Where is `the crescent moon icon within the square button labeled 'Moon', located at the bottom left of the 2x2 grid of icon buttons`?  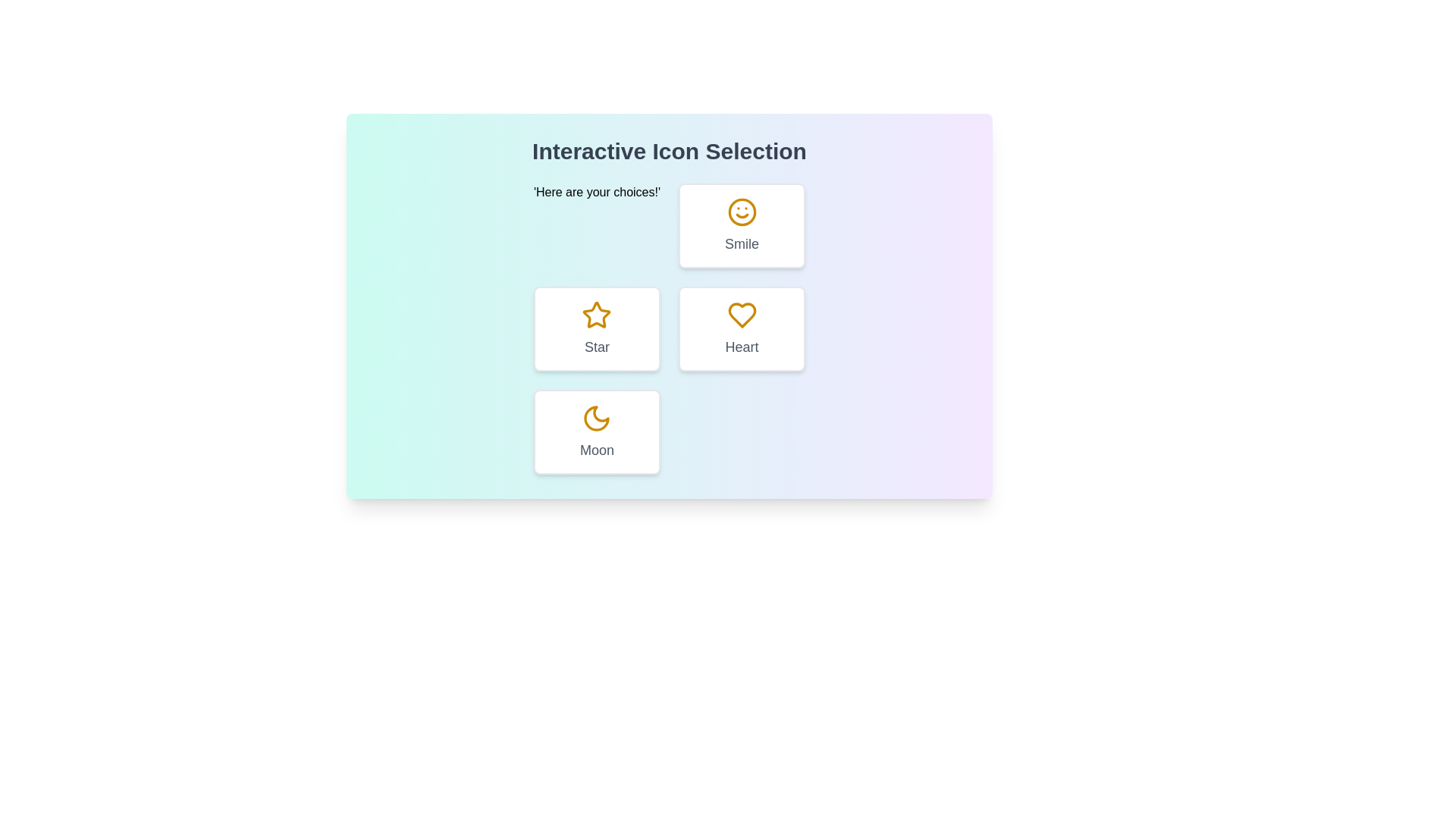 the crescent moon icon within the square button labeled 'Moon', located at the bottom left of the 2x2 grid of icon buttons is located at coordinates (596, 418).